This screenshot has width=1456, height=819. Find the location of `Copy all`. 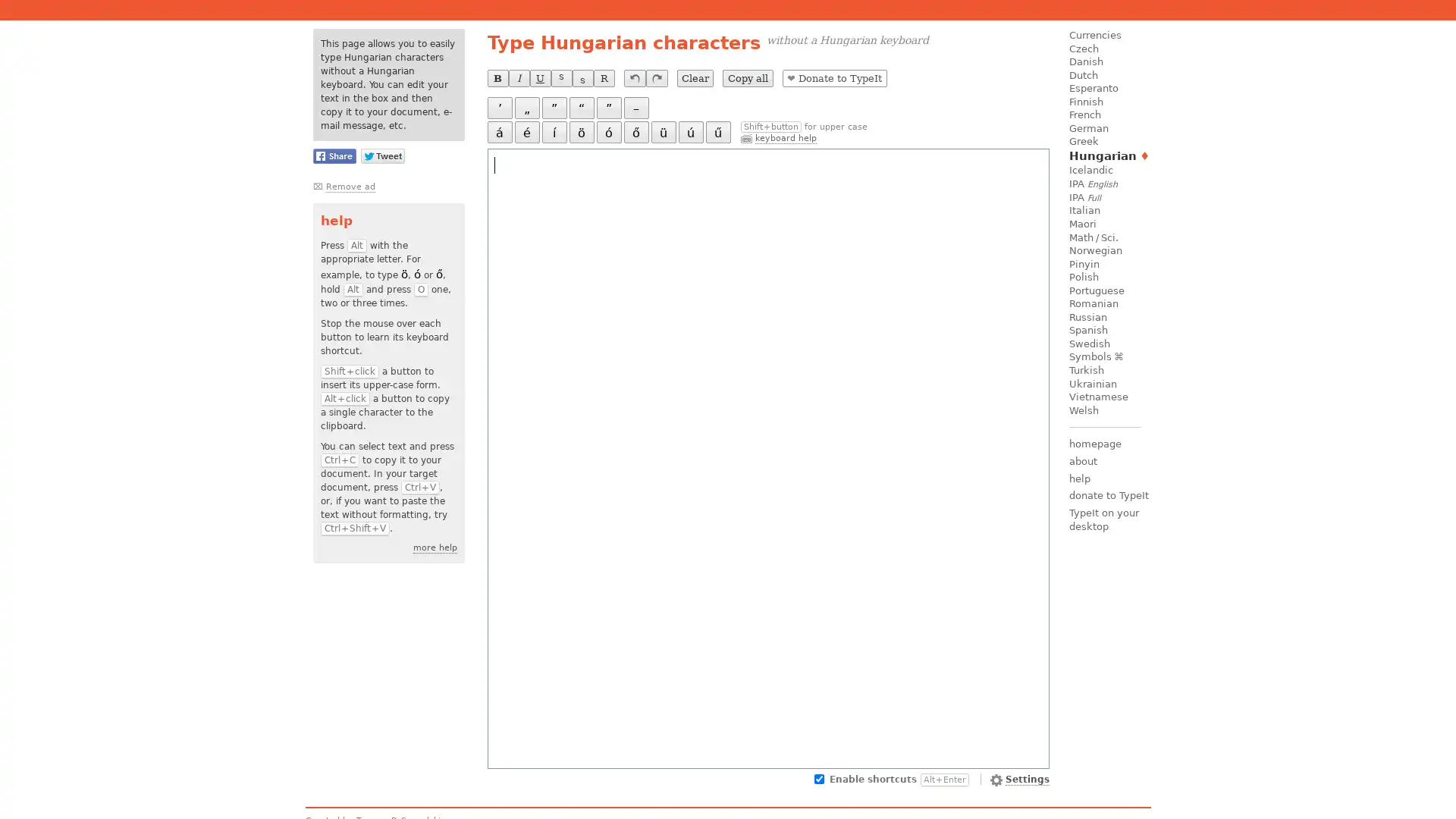

Copy all is located at coordinates (747, 78).